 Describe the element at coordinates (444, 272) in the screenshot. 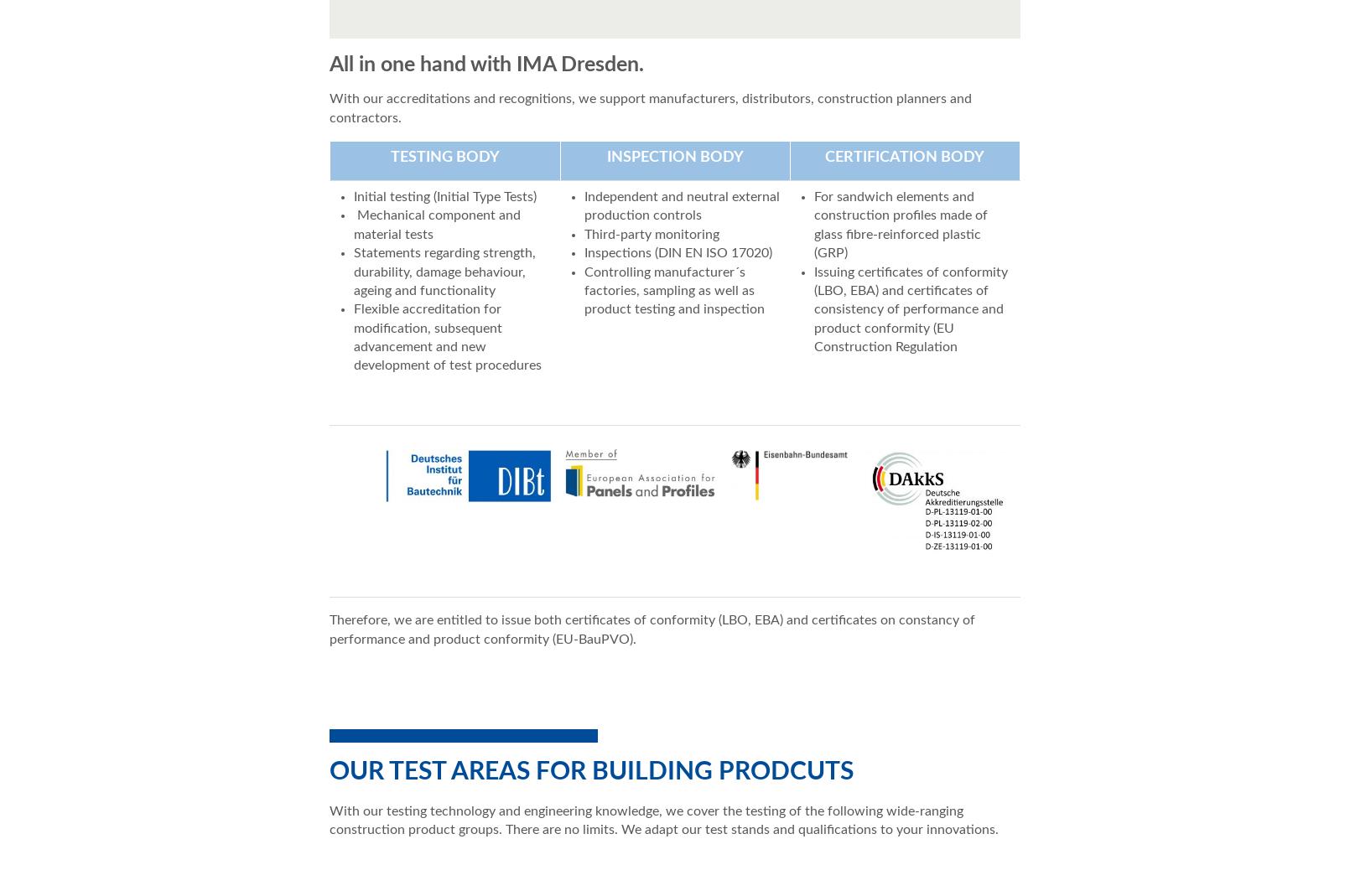

I see `'Statements regarding strength, durability, damage behaviour, ageing and functionality'` at that location.